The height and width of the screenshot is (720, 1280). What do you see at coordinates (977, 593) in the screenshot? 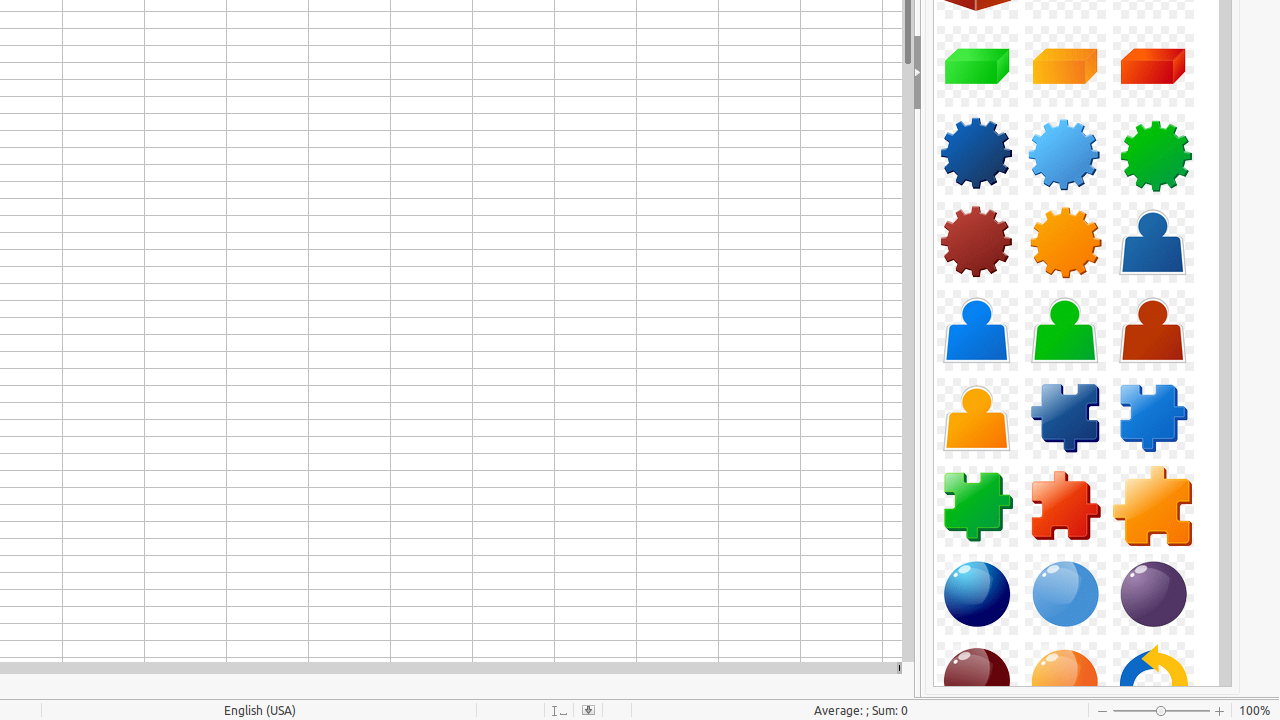
I see `'Component-Sphere01-DarkBlue'` at bounding box center [977, 593].